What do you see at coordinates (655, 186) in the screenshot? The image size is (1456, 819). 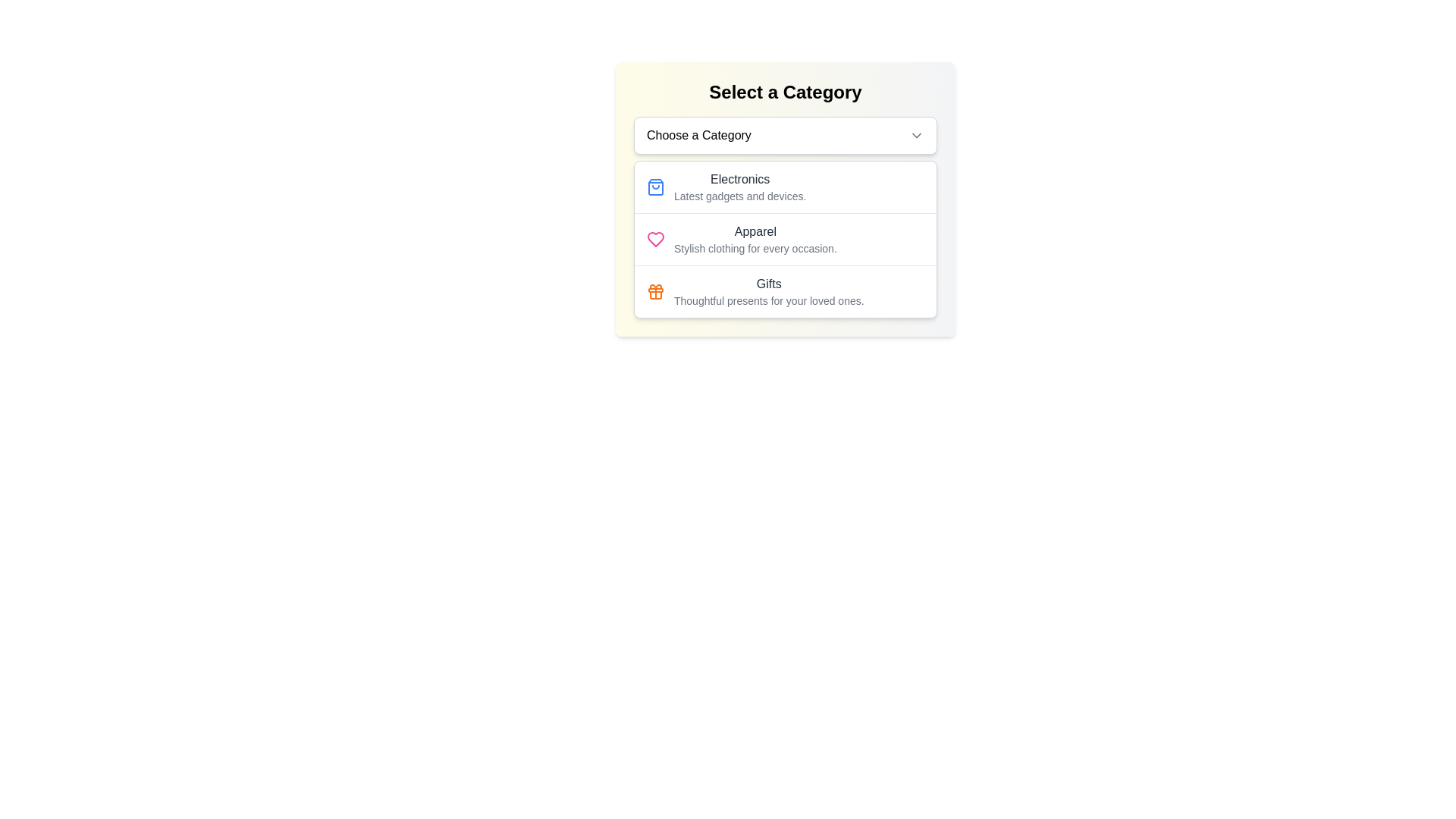 I see `the 'Electronics' category icon located to the left of the text 'Electronics'` at bounding box center [655, 186].